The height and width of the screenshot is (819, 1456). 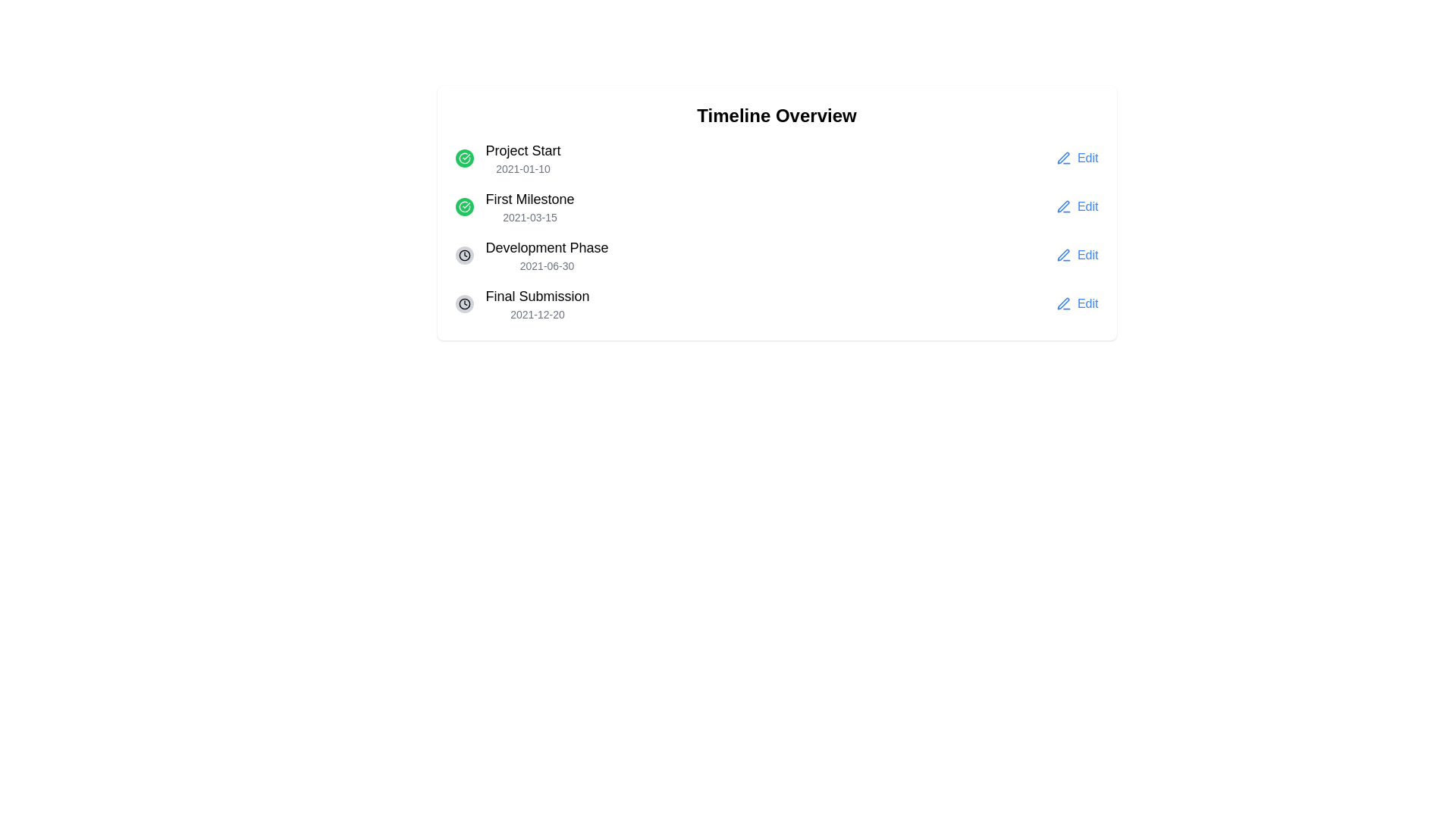 What do you see at coordinates (463, 158) in the screenshot?
I see `the circular green icon with a white checkmark that indicates successful completion, located to the left of the 'Timeline Overview' section aligned with 'Project Start'` at bounding box center [463, 158].